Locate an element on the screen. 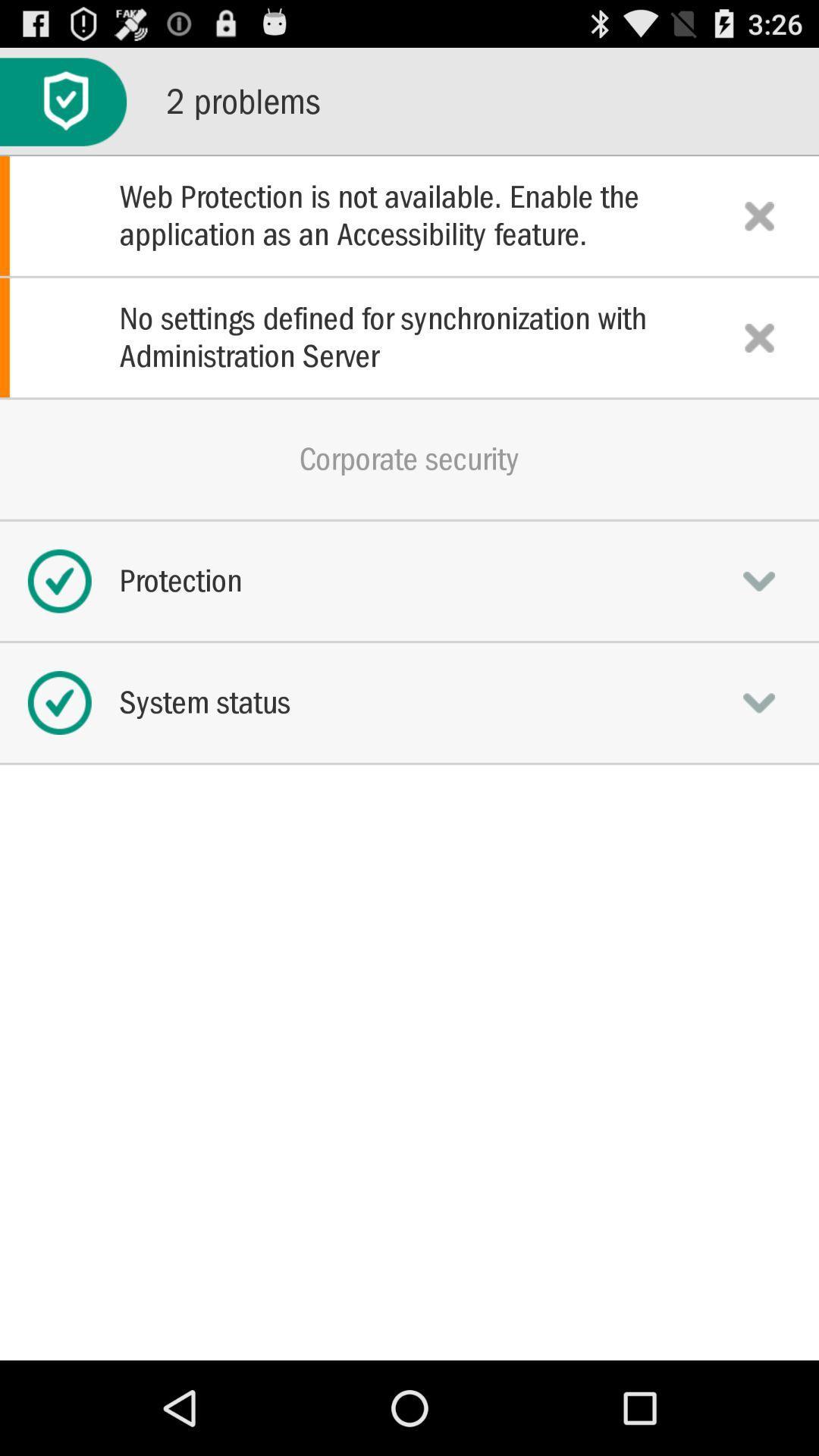 Image resolution: width=819 pixels, height=1456 pixels. the corporate security is located at coordinates (409, 458).